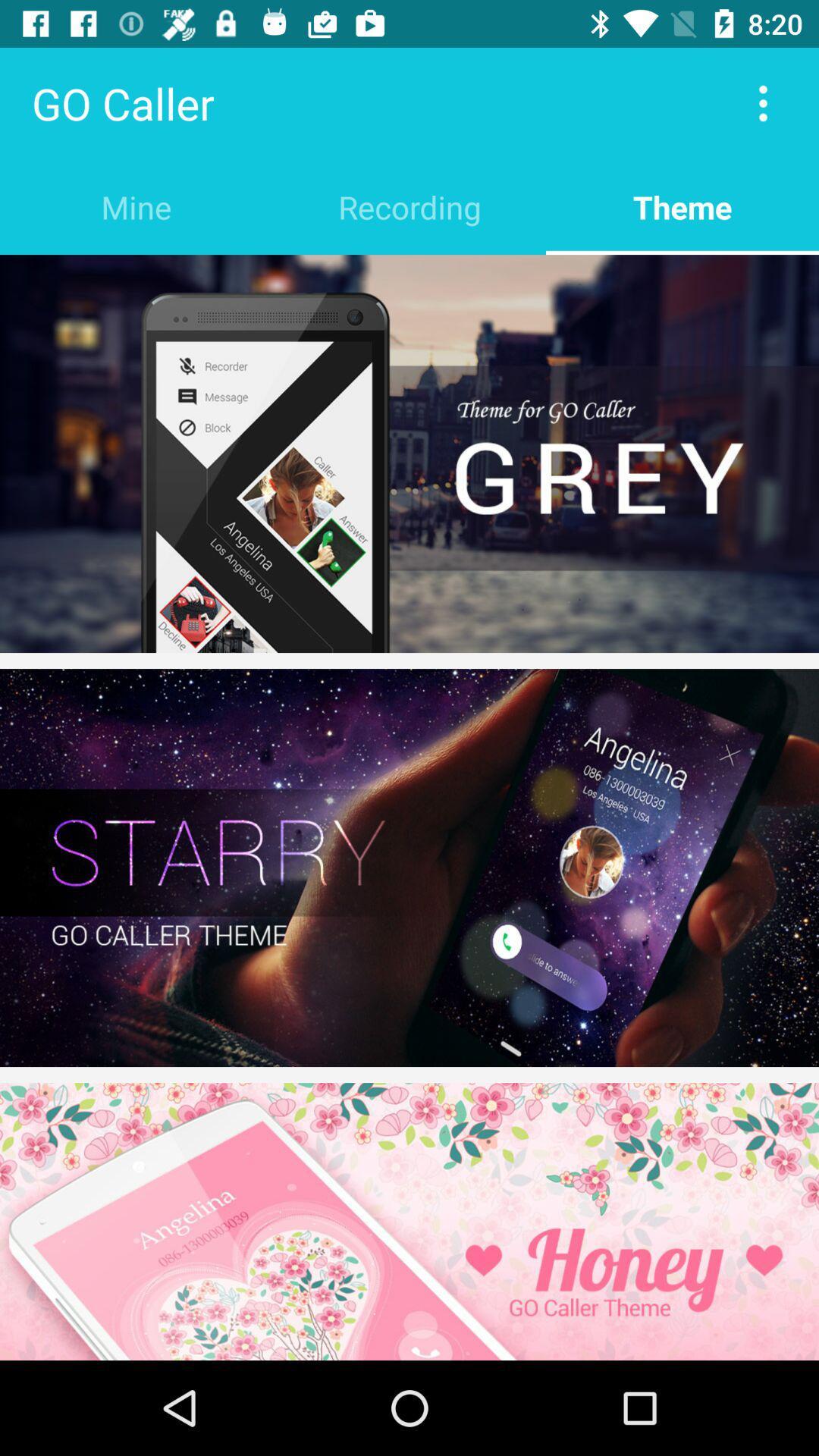 The height and width of the screenshot is (1456, 819). What do you see at coordinates (409, 453) in the screenshot?
I see `cell theme` at bounding box center [409, 453].